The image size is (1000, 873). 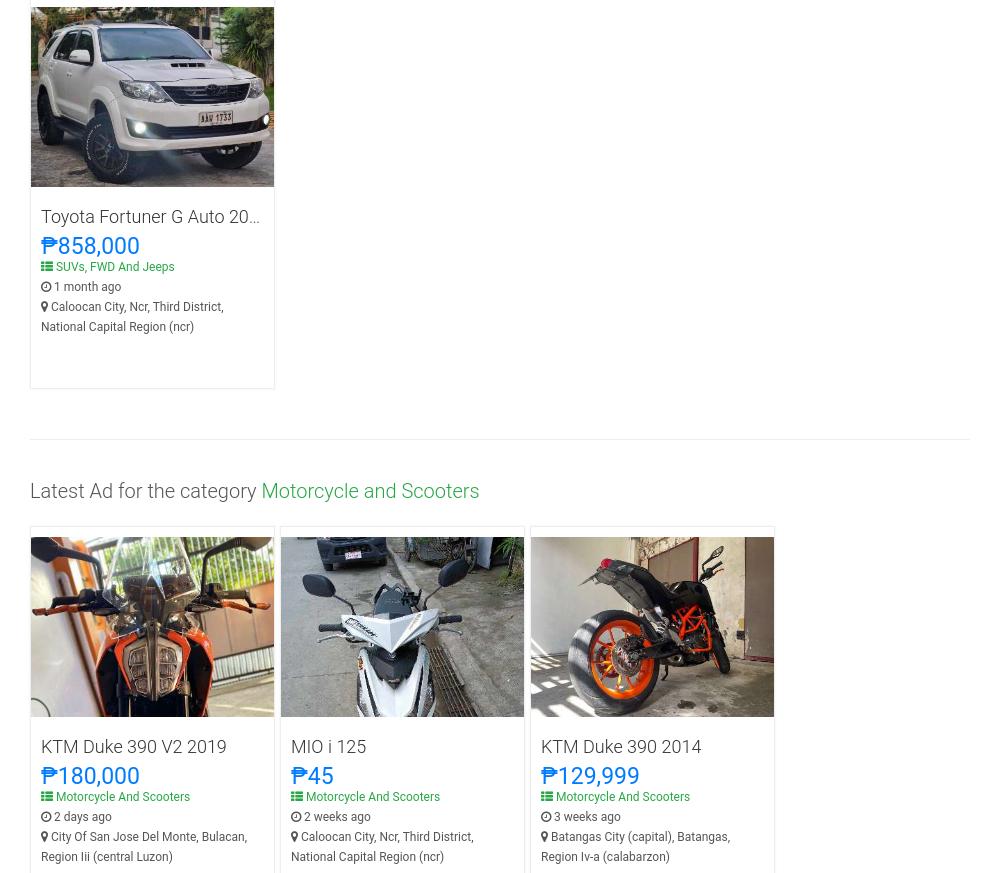 I want to click on 'KTM Duke 390 2014', so click(x=620, y=745).